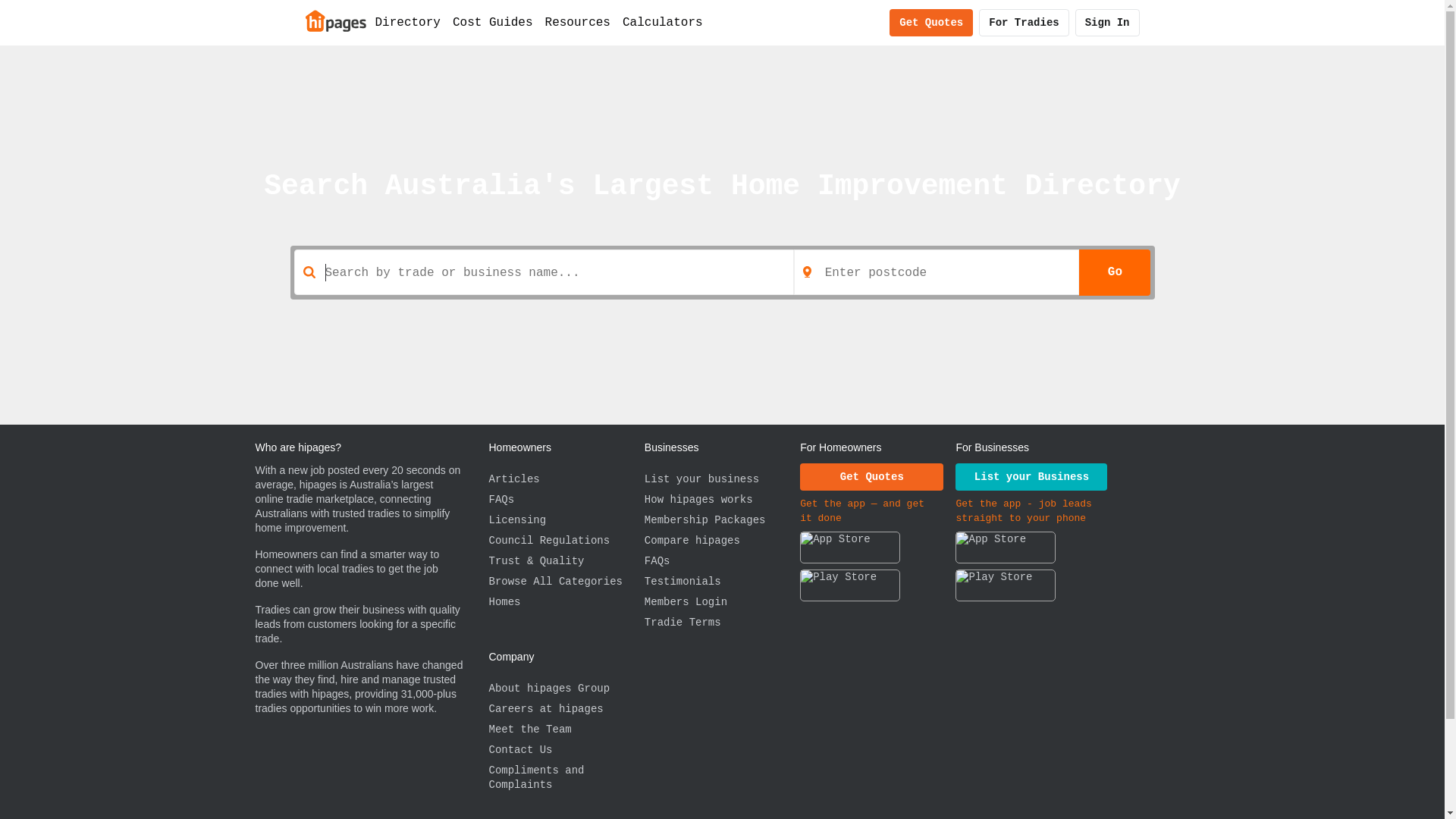 This screenshot has height=819, width=1456. What do you see at coordinates (721, 623) in the screenshot?
I see `'Tradie Terms'` at bounding box center [721, 623].